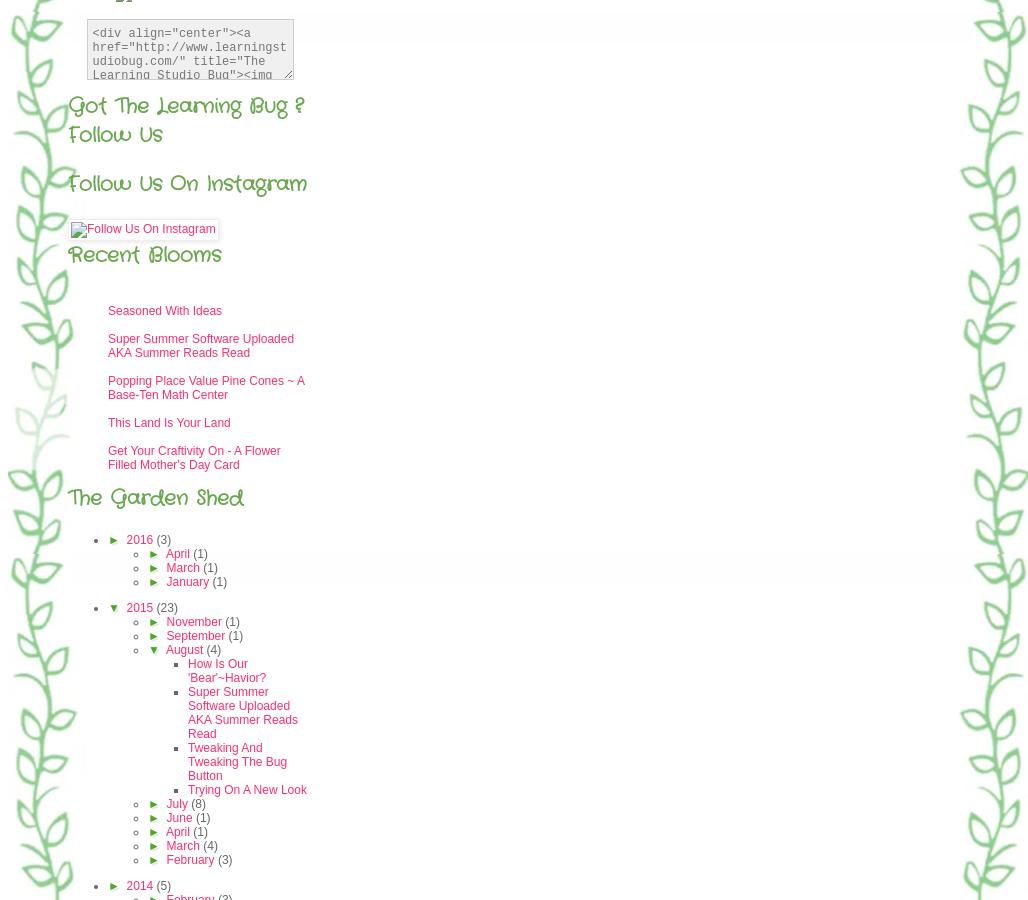 This screenshot has width=1028, height=900. What do you see at coordinates (164, 308) in the screenshot?
I see `'Seasoned With Ideas'` at bounding box center [164, 308].